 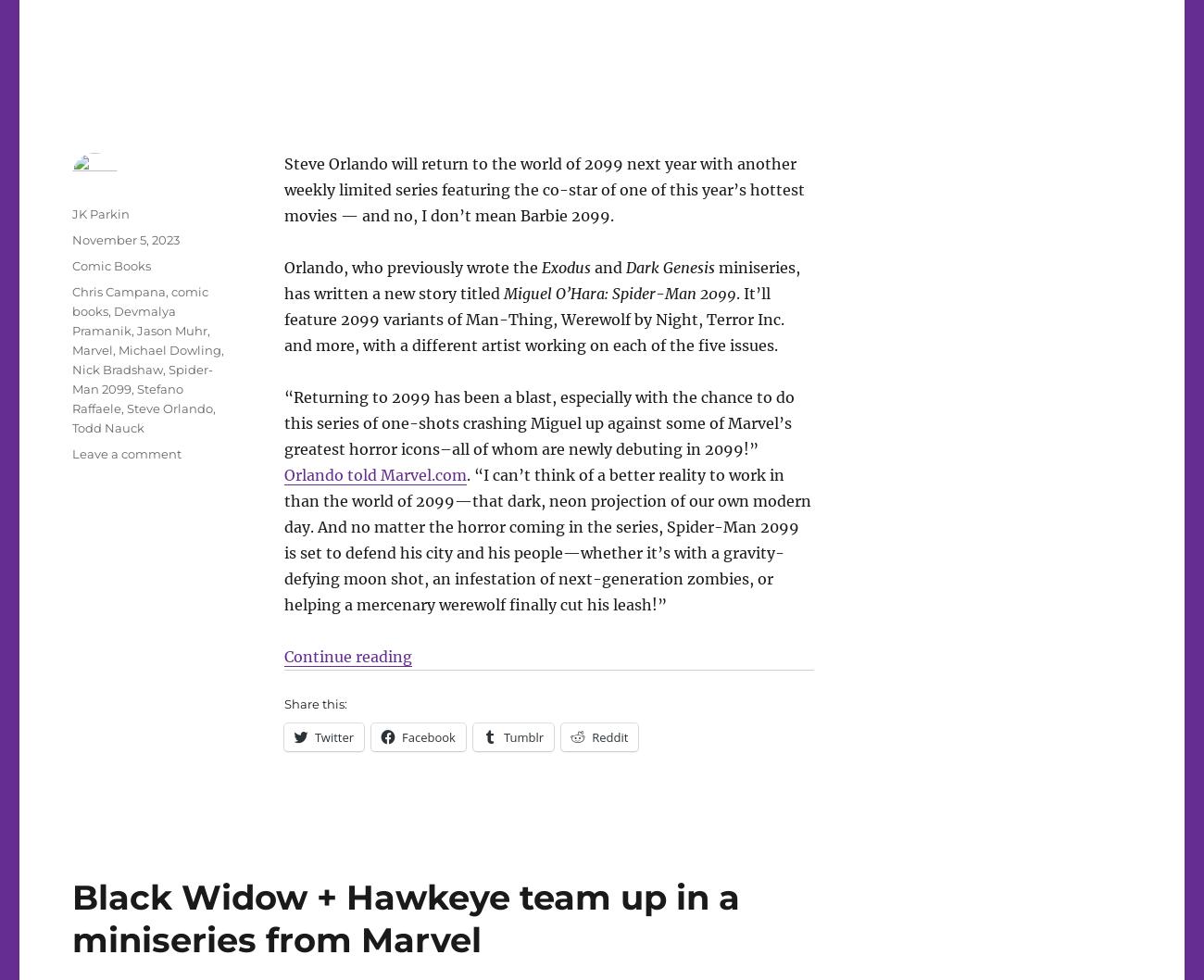 I want to click on '“Returning to 2099 has been a blast, especially with the chance to do this series of one-shots crashing Miguel up against some of Marvel’s greatest horror icons–all of whom are newly debuting in 2099!”', so click(x=537, y=421).